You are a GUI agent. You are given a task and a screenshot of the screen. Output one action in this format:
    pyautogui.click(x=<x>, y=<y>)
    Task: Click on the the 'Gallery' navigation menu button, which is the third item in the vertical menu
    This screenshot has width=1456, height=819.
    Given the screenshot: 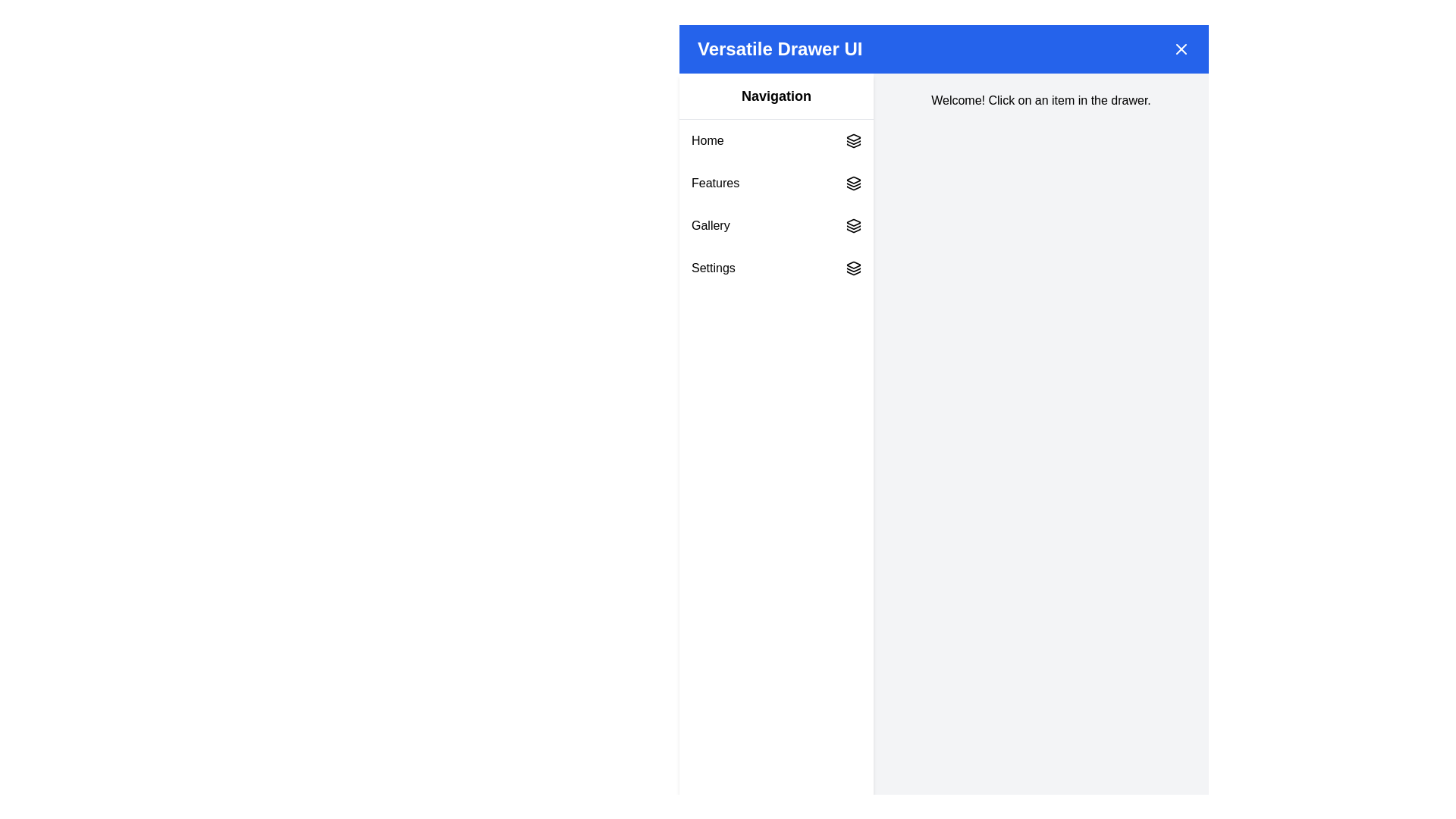 What is the action you would take?
    pyautogui.click(x=776, y=225)
    